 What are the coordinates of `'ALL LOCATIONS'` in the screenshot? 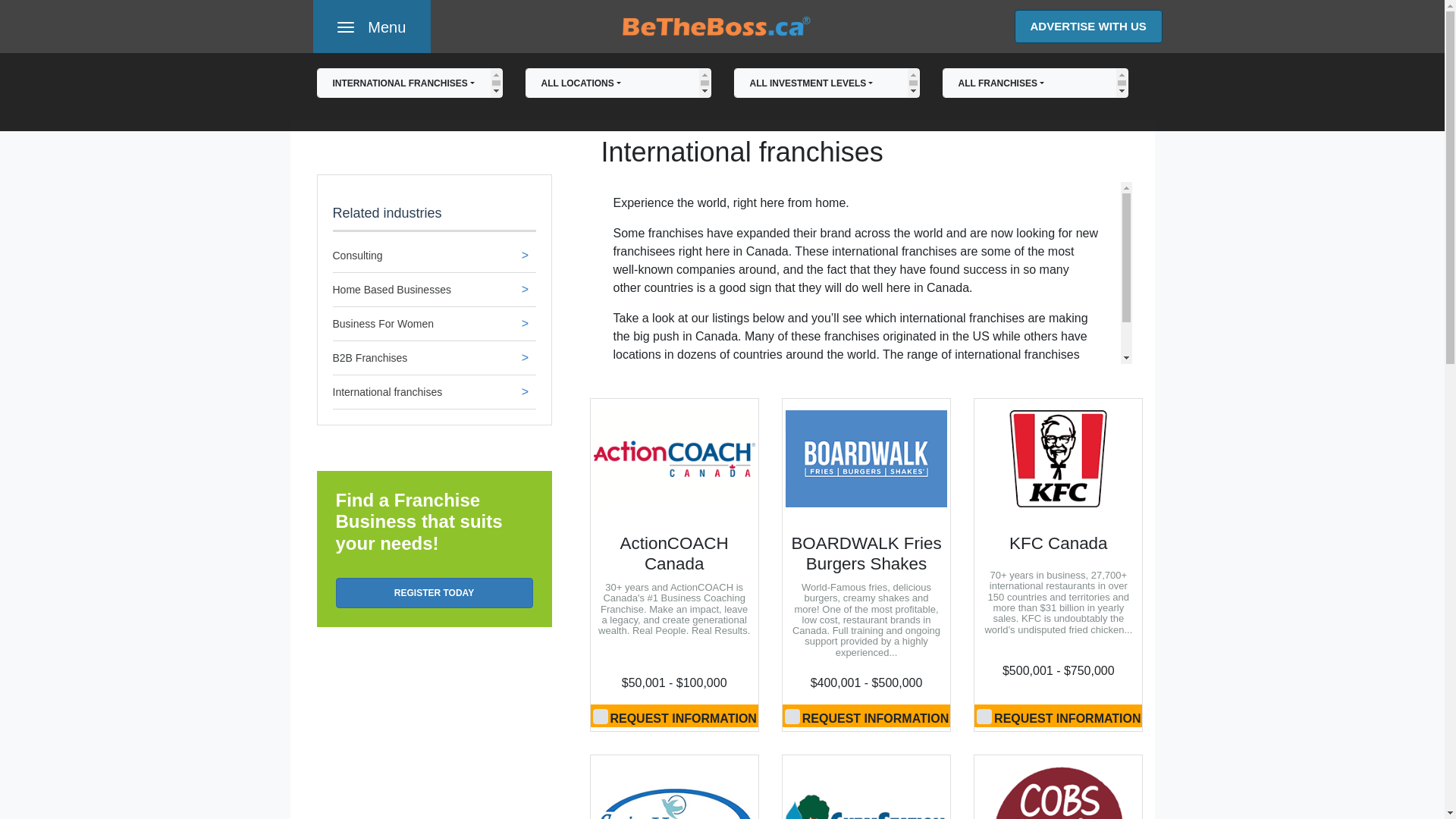 It's located at (617, 83).